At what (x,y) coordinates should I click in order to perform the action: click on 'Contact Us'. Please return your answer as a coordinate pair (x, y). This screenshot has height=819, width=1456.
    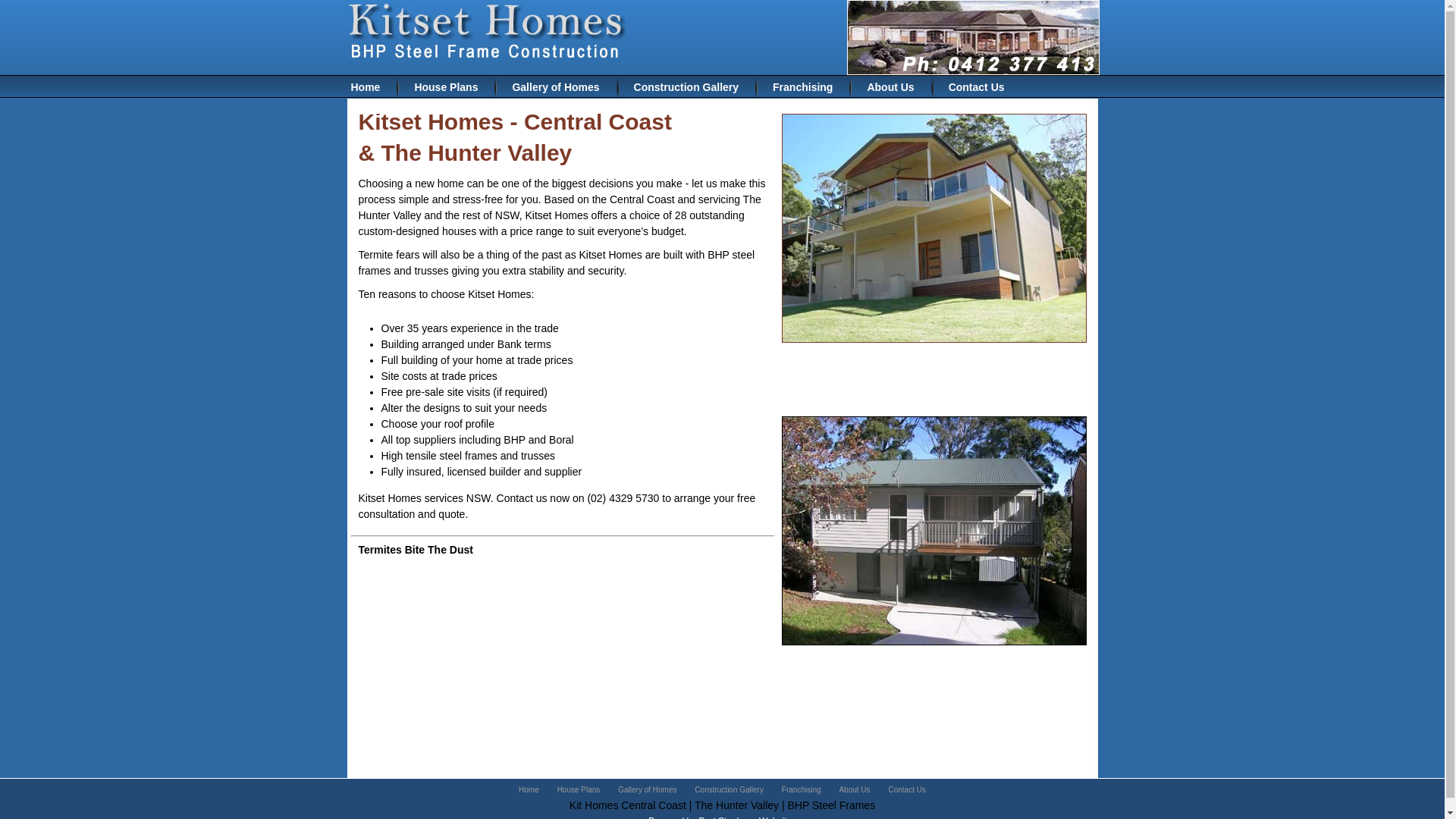
    Looking at the image, I should click on (932, 87).